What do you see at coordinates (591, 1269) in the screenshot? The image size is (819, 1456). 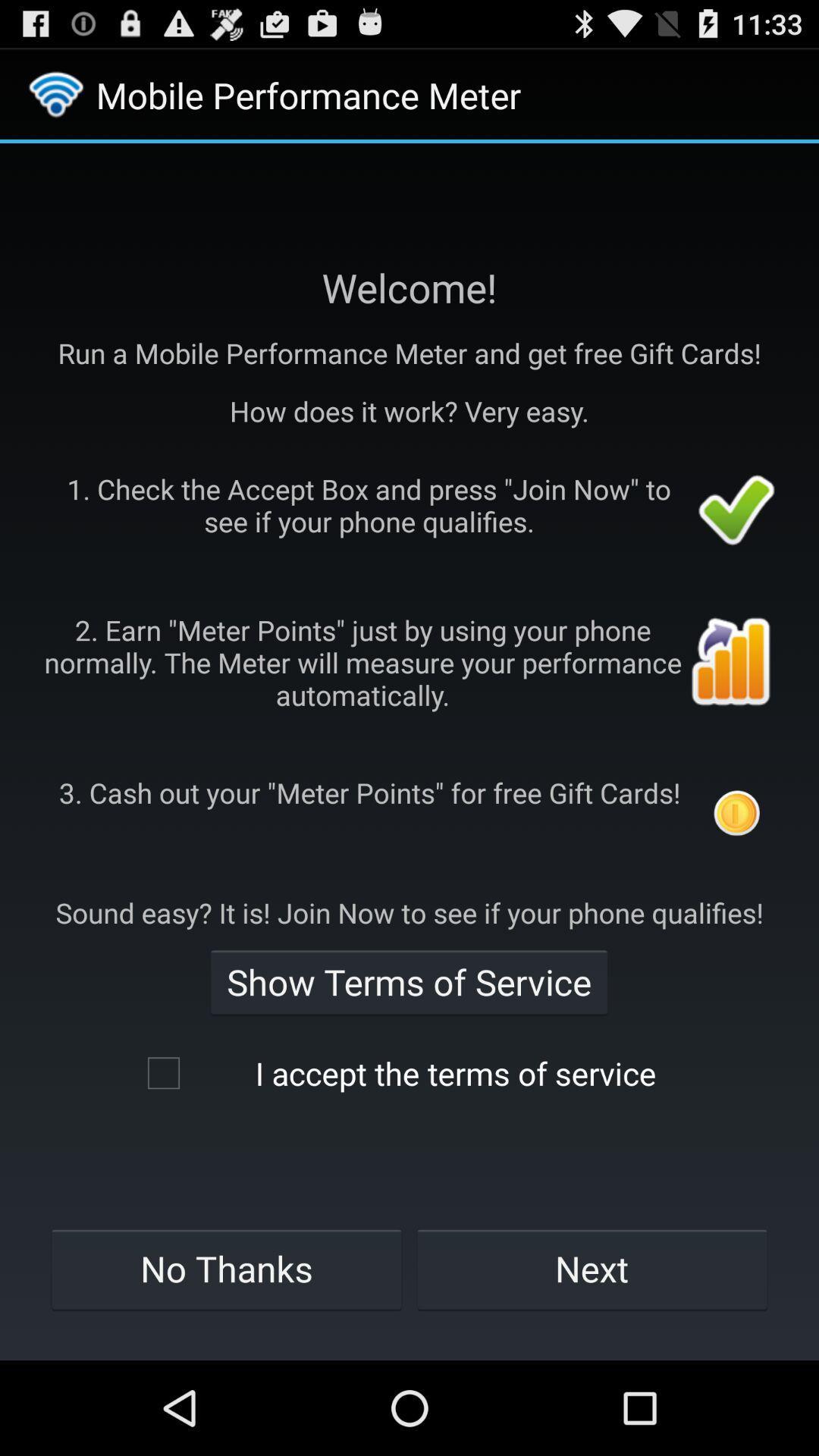 I see `next` at bounding box center [591, 1269].